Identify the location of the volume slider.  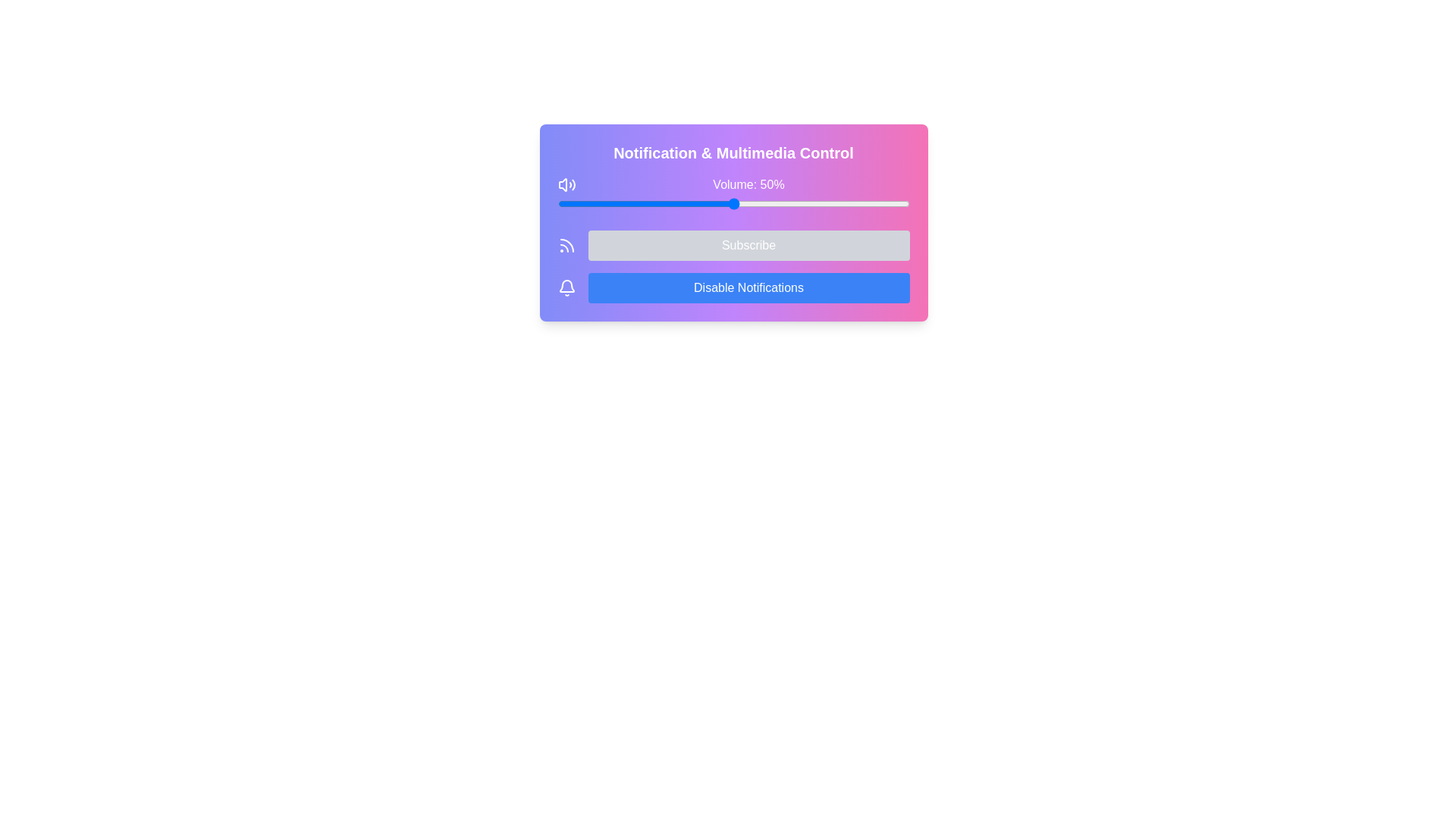
(726, 203).